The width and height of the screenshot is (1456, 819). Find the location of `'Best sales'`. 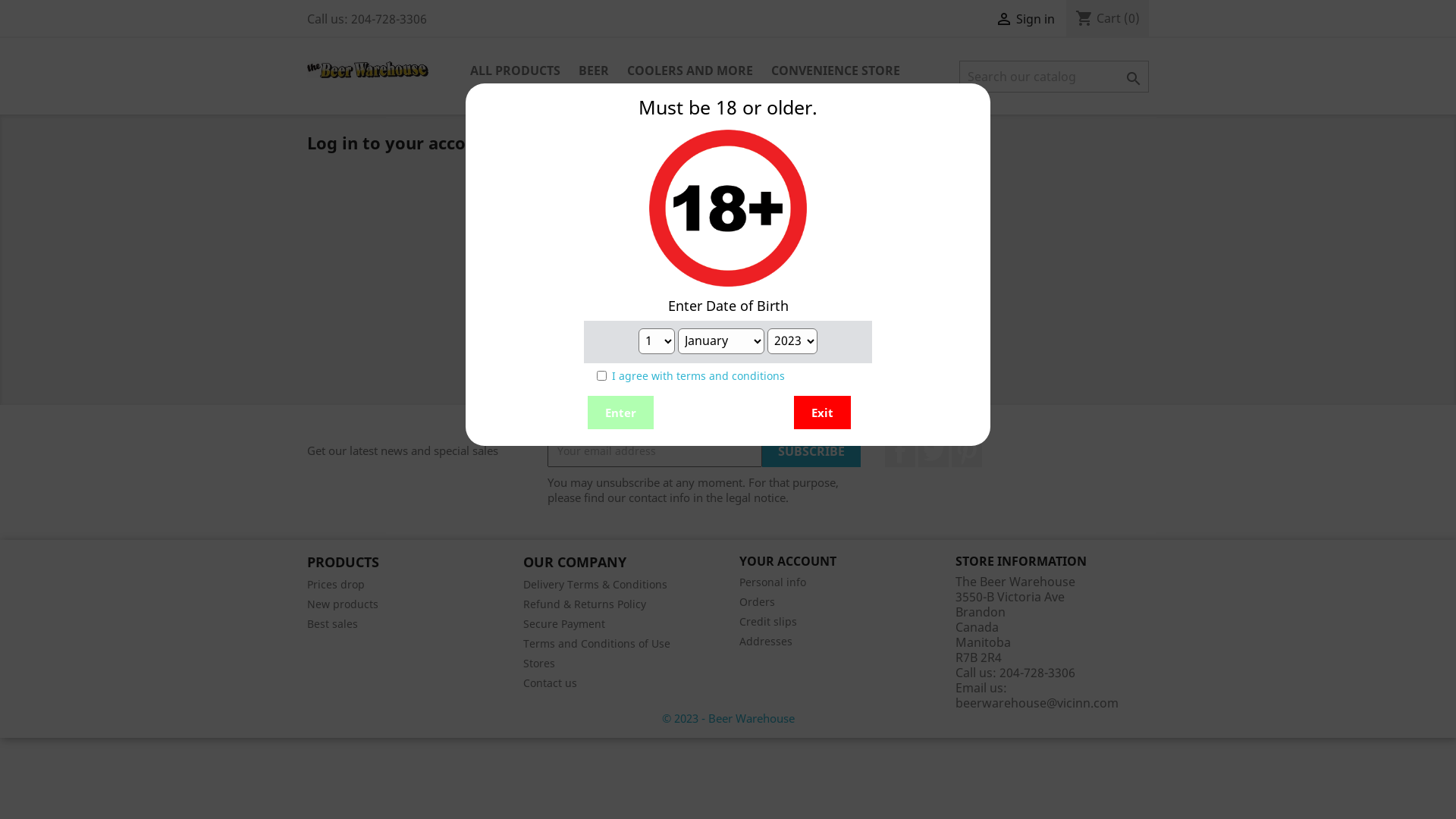

'Best sales' is located at coordinates (331, 623).